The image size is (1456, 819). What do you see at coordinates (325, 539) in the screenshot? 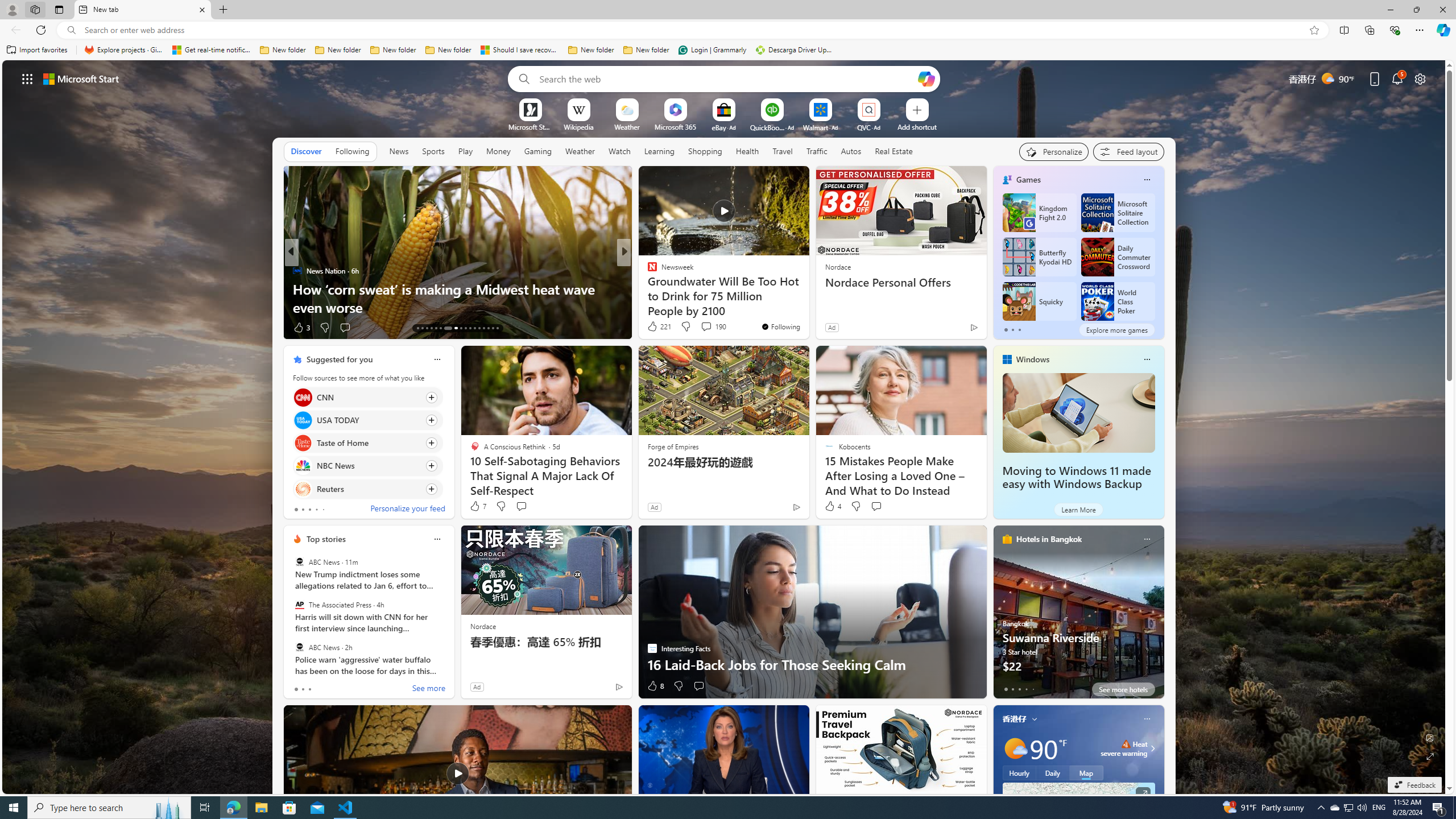
I see `'Top stories'` at bounding box center [325, 539].